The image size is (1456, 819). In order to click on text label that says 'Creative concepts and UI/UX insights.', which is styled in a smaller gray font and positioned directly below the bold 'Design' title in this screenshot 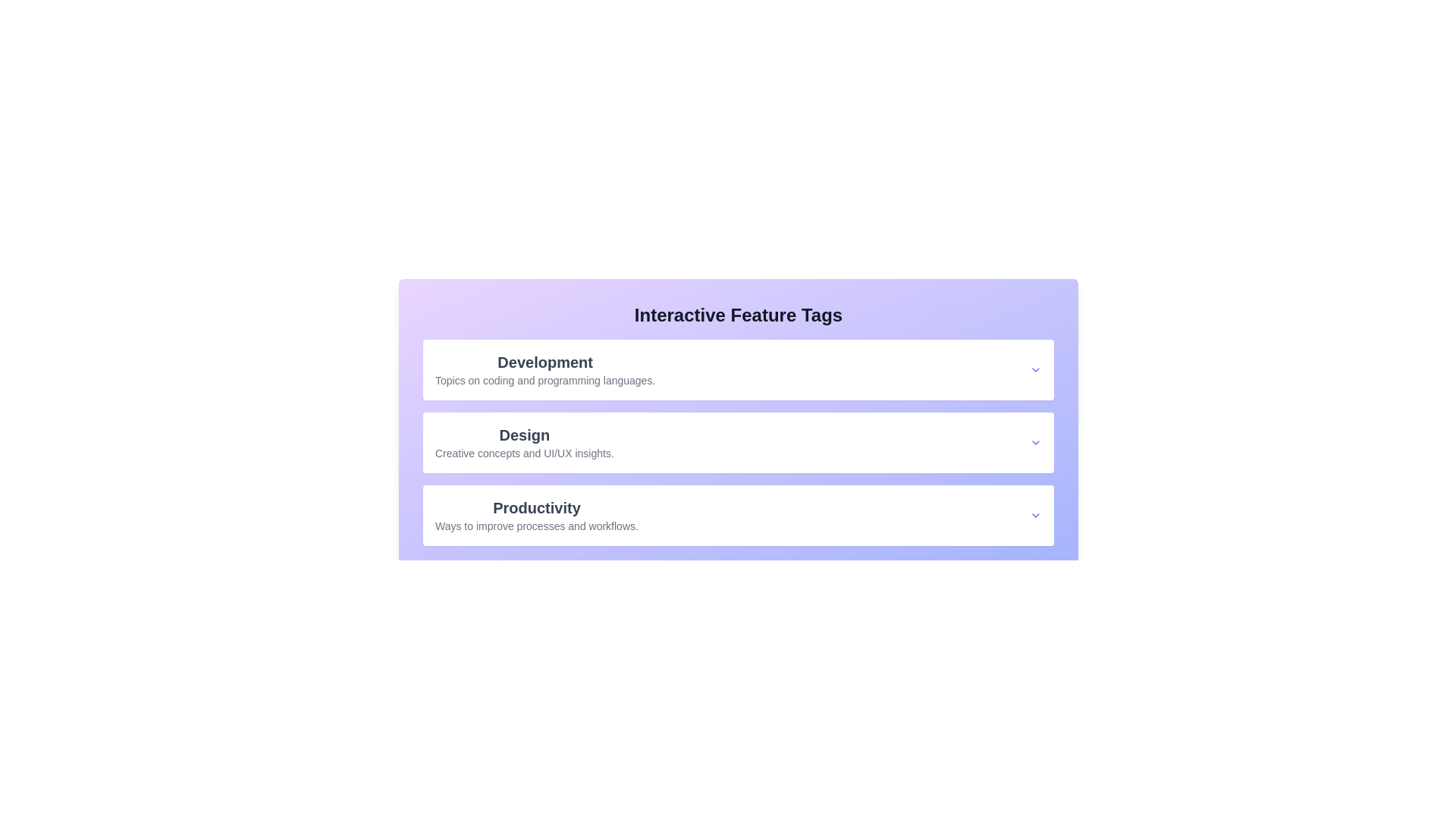, I will do `click(524, 452)`.